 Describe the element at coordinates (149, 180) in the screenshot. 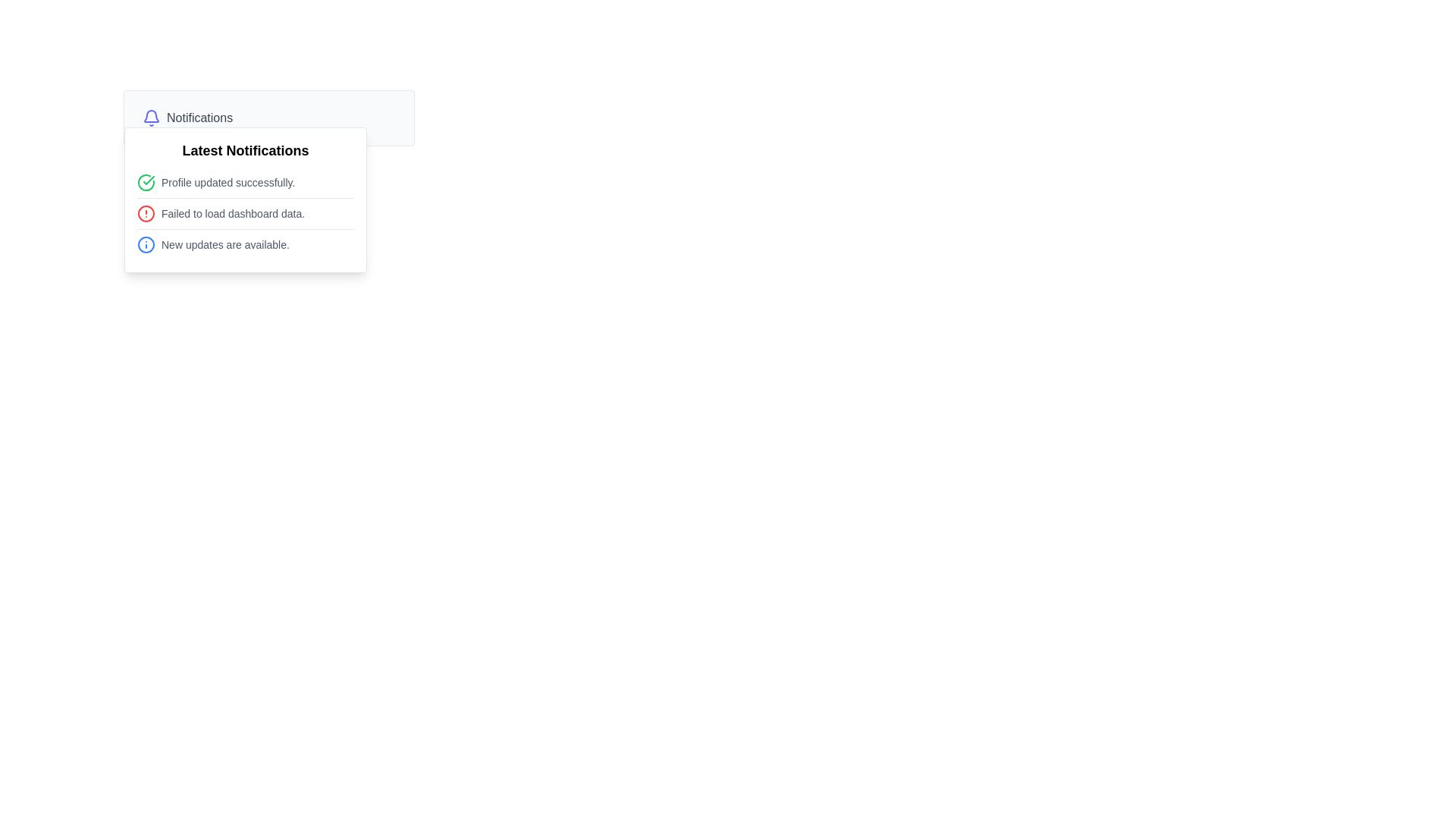

I see `the green check mark icon within the notifications dropdown, which indicates a positive confirmation for the 'Profile updated successfully' status message` at that location.